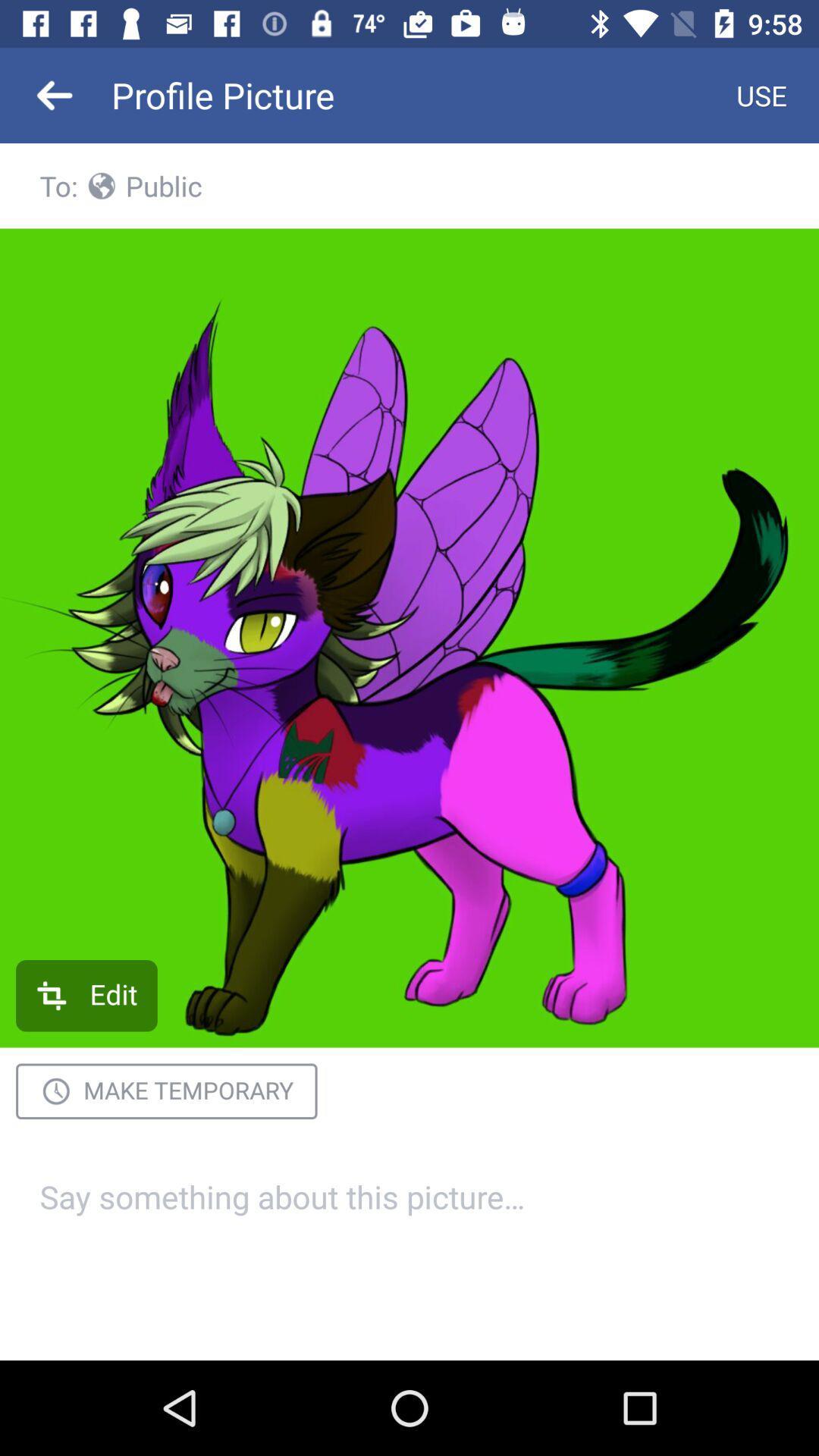 The image size is (819, 1456). I want to click on the icon next to the profile picture item, so click(761, 94).